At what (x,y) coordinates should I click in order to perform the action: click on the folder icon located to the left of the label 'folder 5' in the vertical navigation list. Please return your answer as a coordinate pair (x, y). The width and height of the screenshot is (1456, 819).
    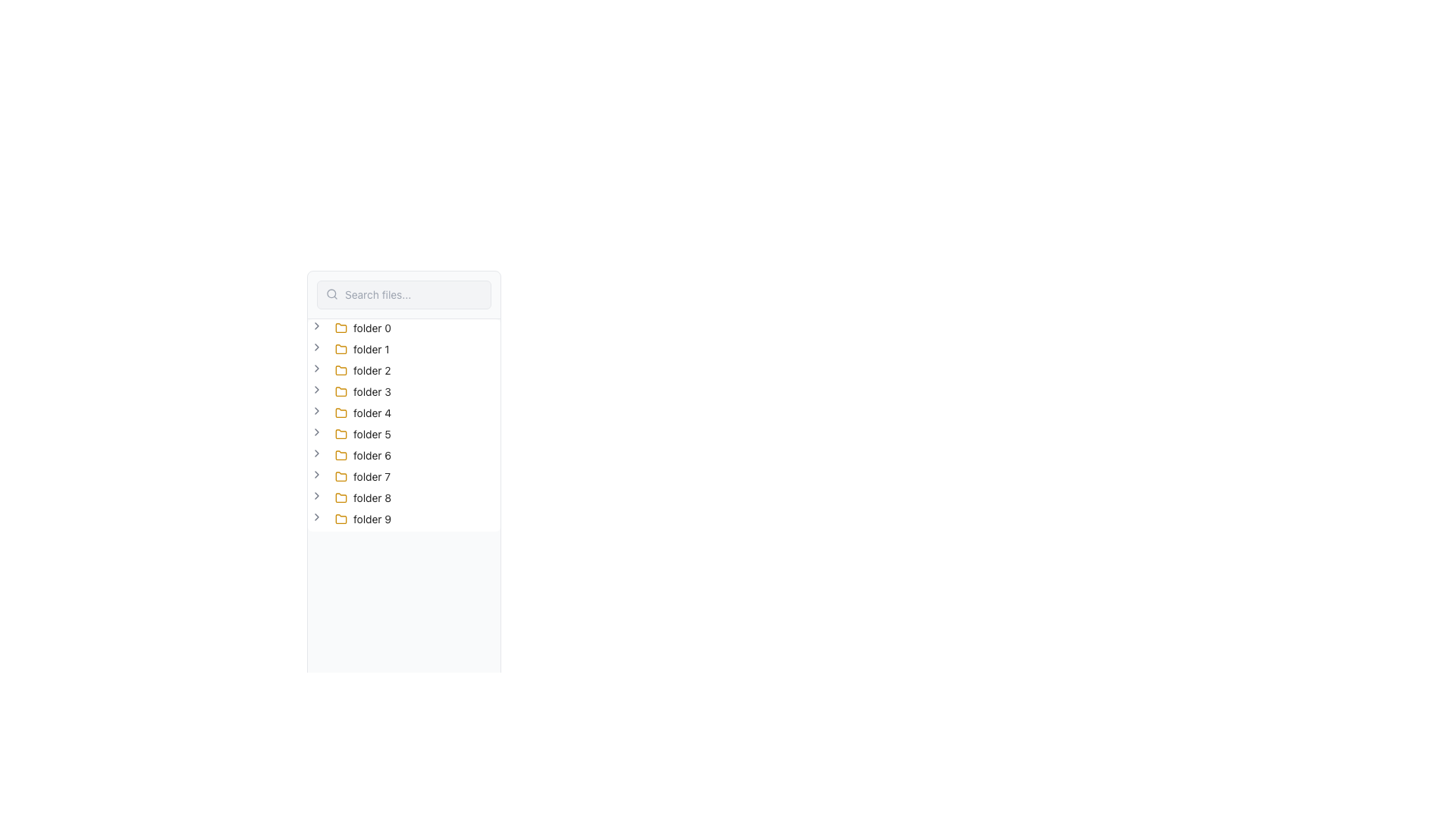
    Looking at the image, I should click on (340, 435).